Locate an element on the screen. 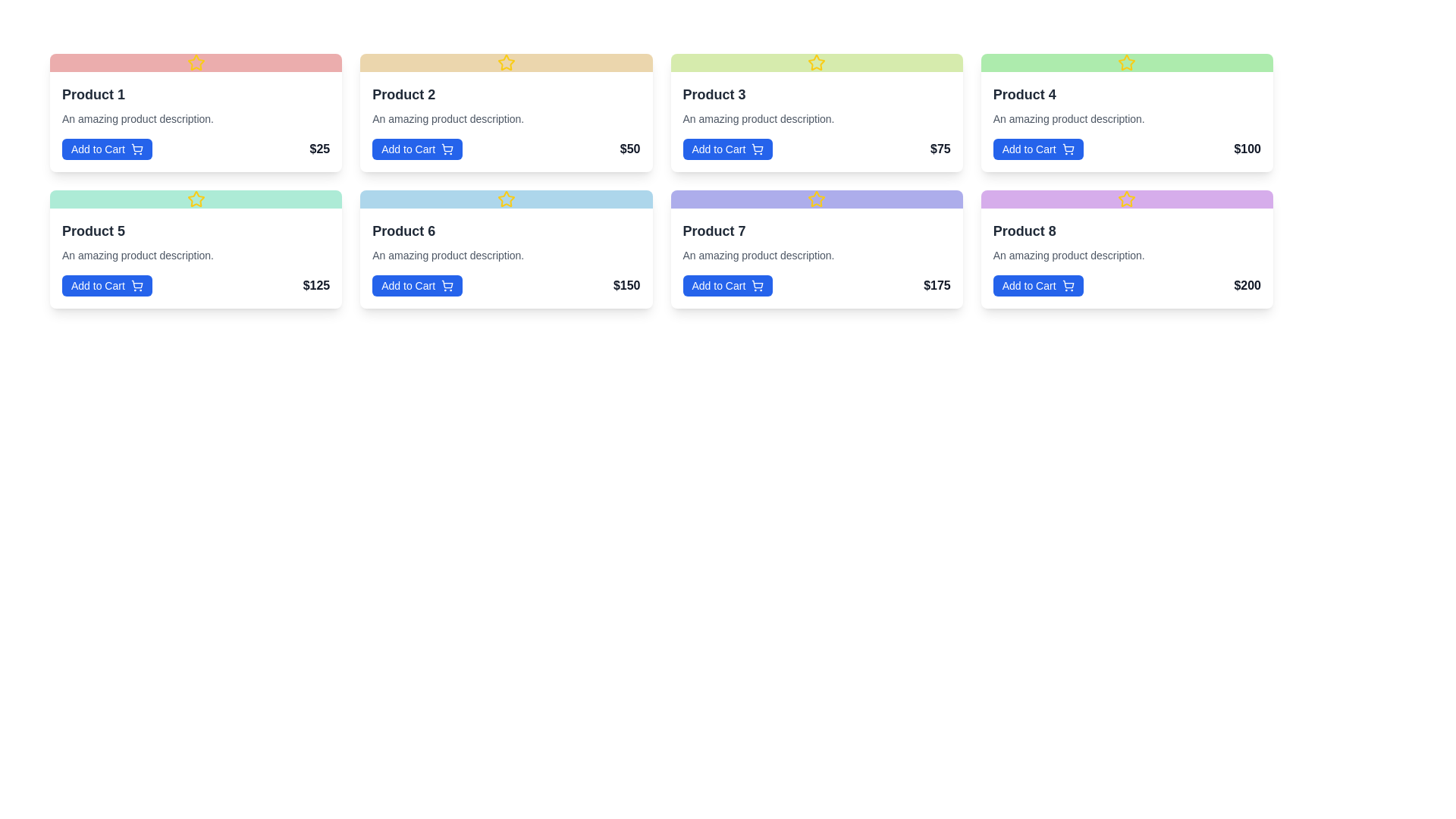 Image resolution: width=1456 pixels, height=819 pixels. the 'Product 8' text label, which is displayed in a bold and large font at the top center of the purple-colored card is located at coordinates (1025, 231).